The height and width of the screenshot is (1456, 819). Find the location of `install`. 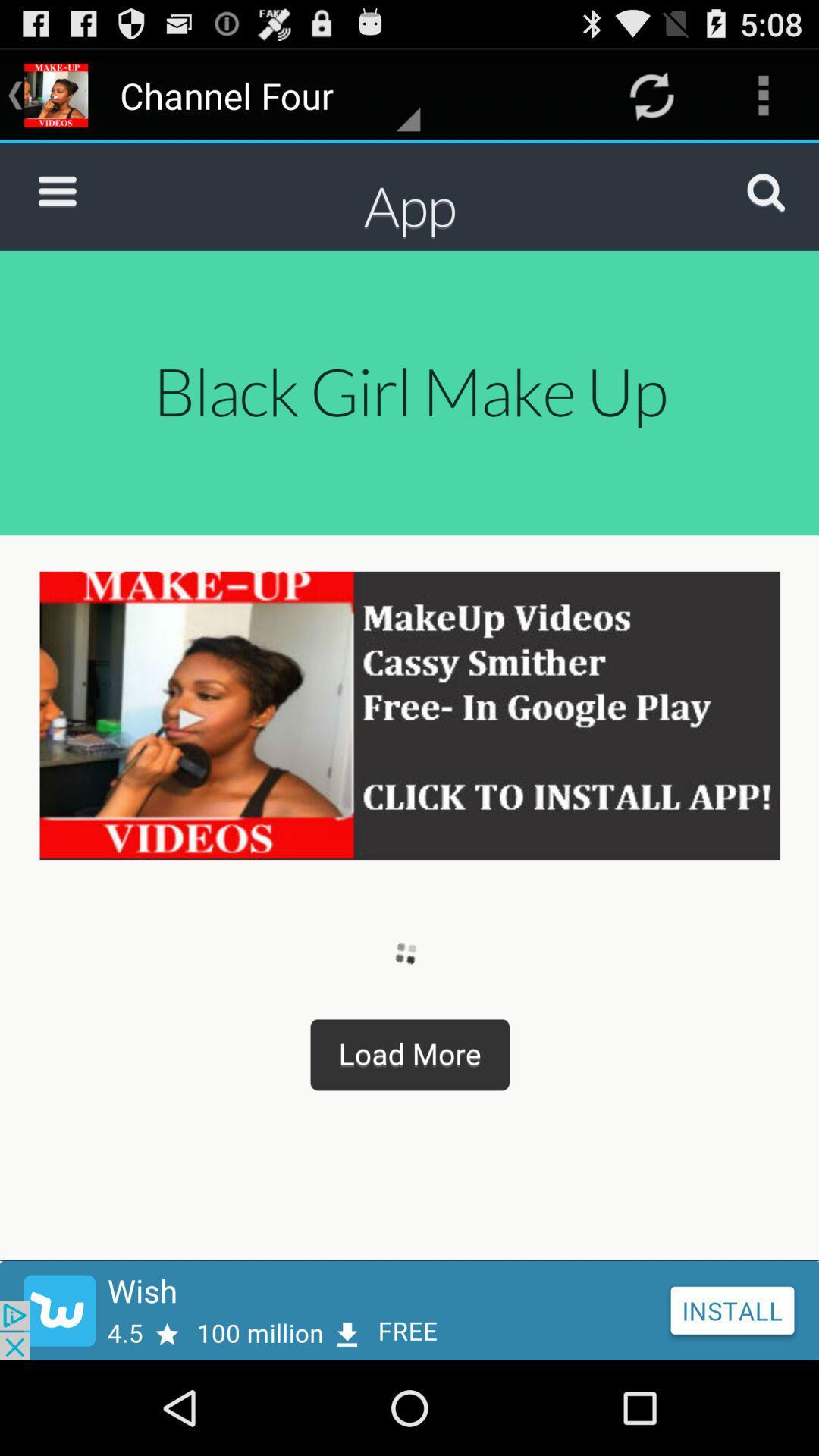

install is located at coordinates (409, 1310).